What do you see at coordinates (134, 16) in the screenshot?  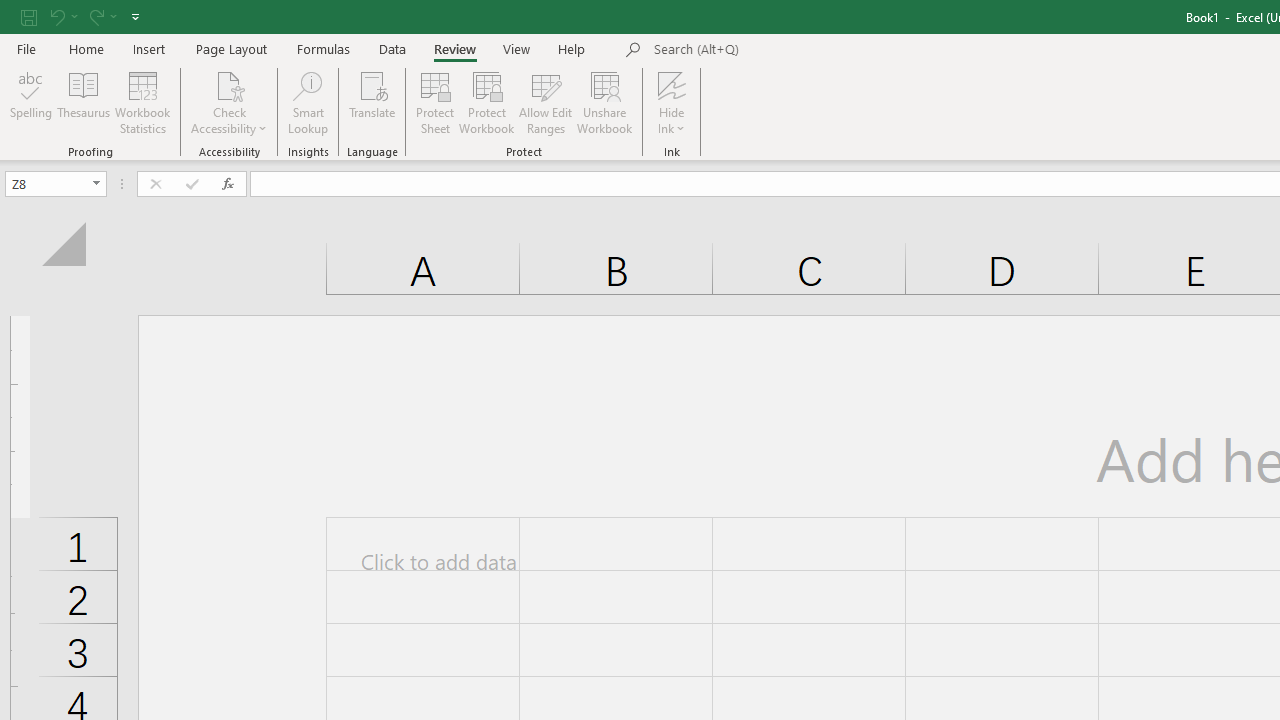 I see `'Customize Quick Access Toolbar'` at bounding box center [134, 16].